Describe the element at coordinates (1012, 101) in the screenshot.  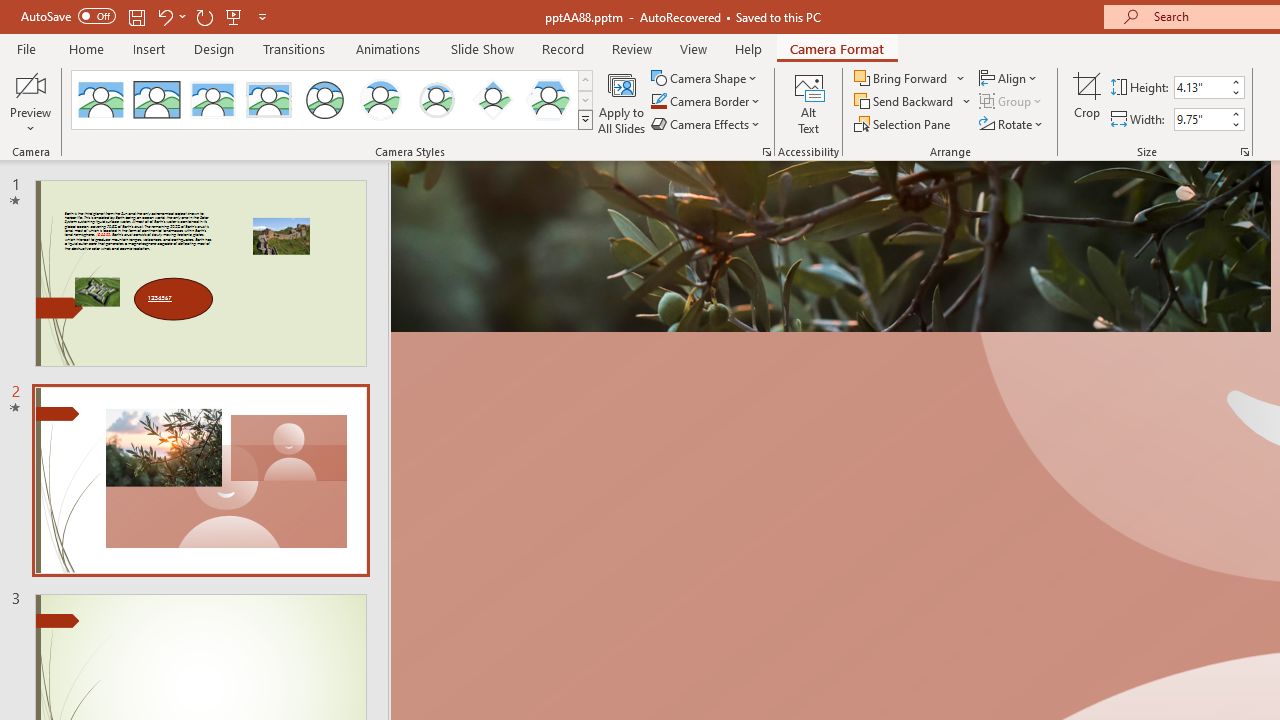
I see `'Group'` at that location.